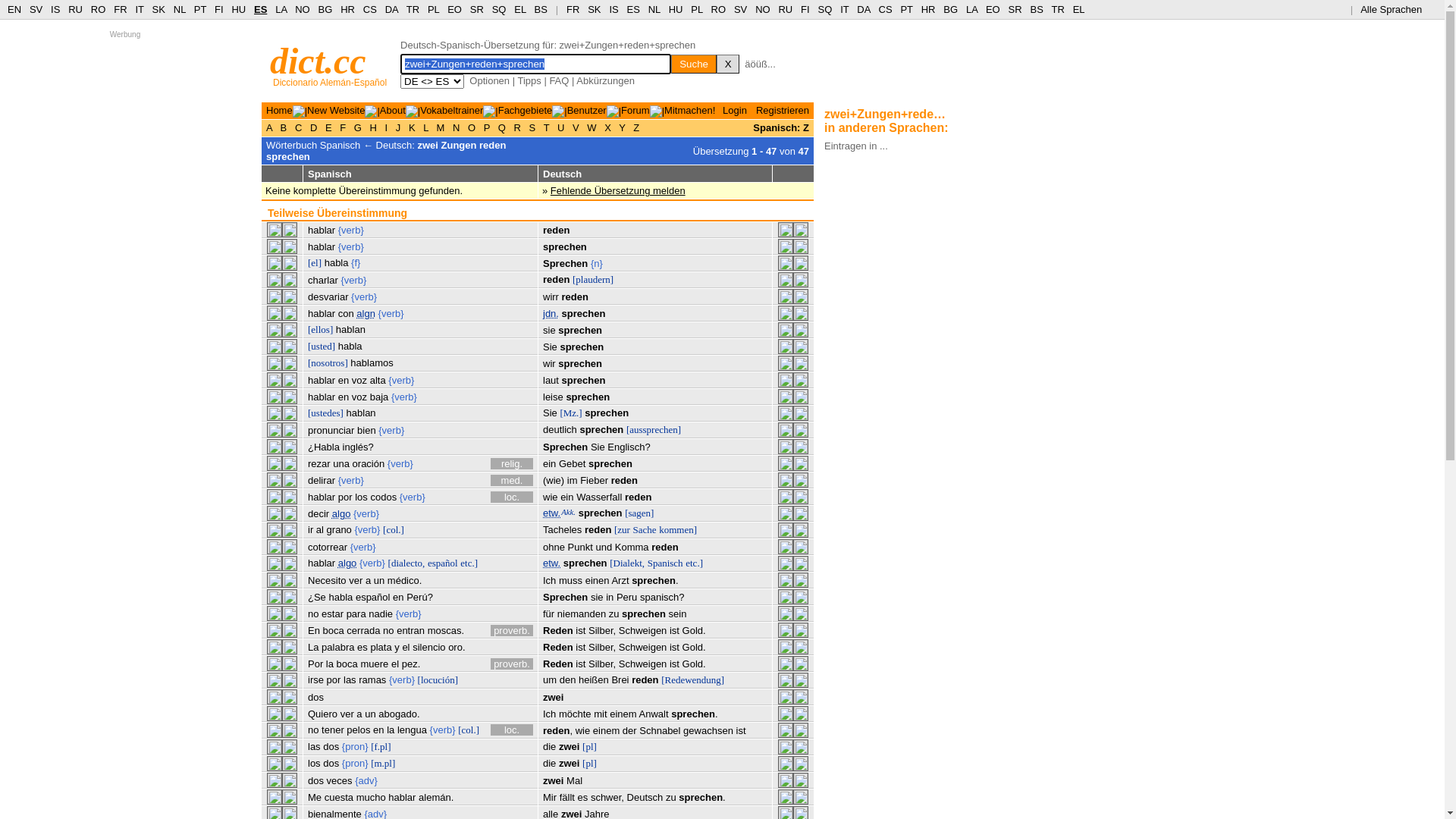  Describe the element at coordinates (548, 679) in the screenshot. I see `'um'` at that location.